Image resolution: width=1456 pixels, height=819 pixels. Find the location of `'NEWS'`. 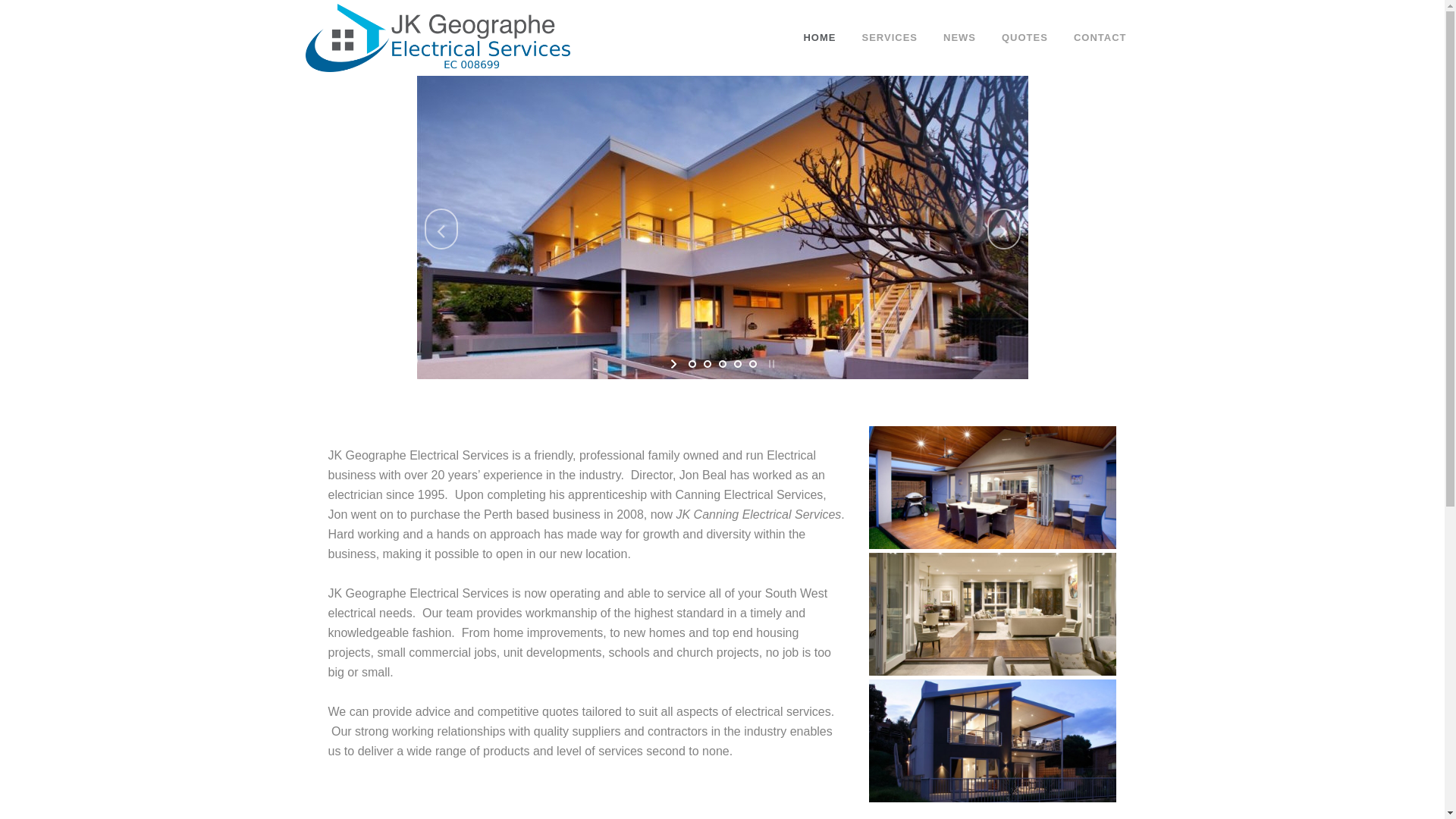

'NEWS' is located at coordinates (959, 37).